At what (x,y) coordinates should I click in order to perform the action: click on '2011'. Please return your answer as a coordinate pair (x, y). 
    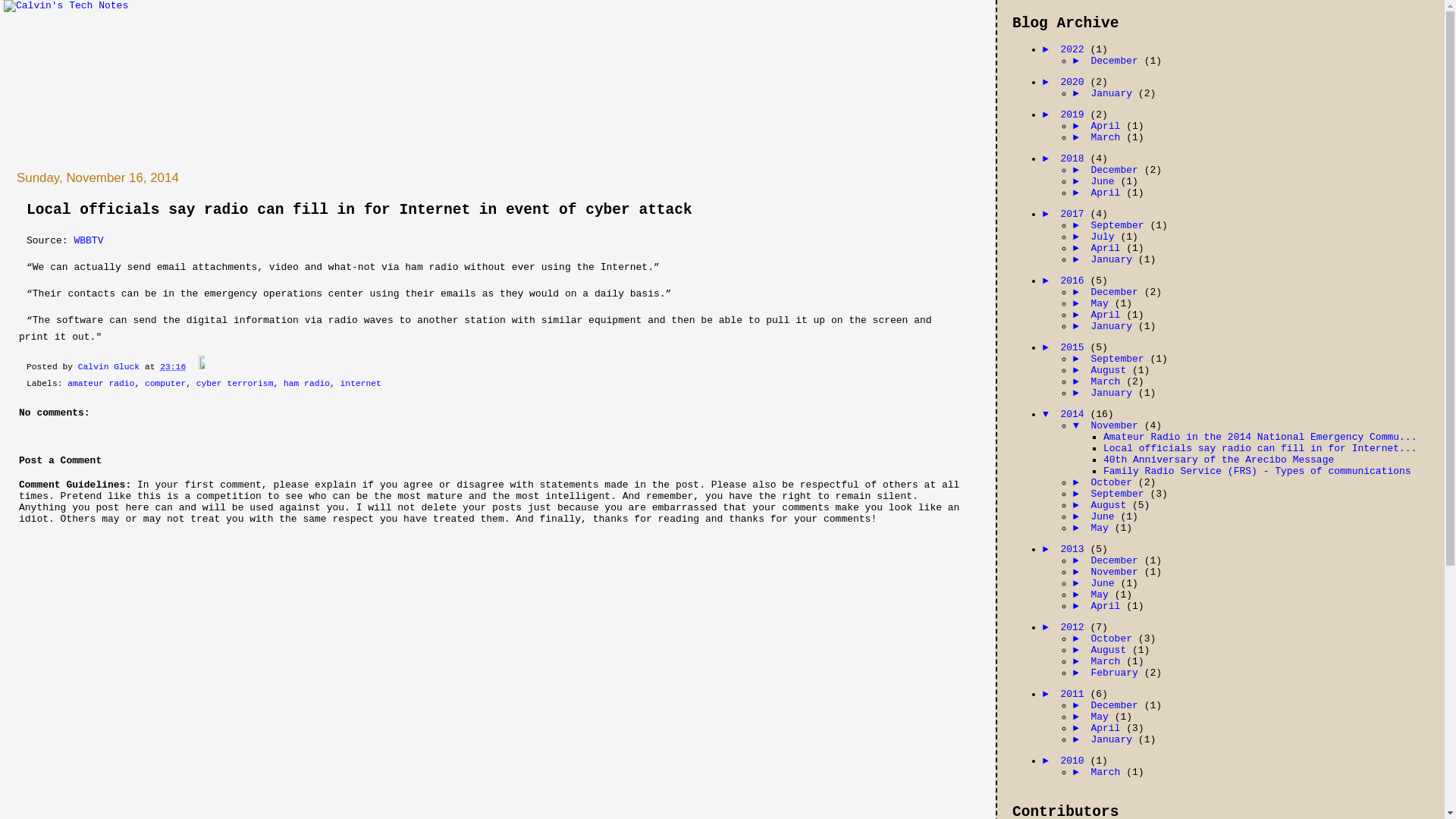
    Looking at the image, I should click on (1074, 694).